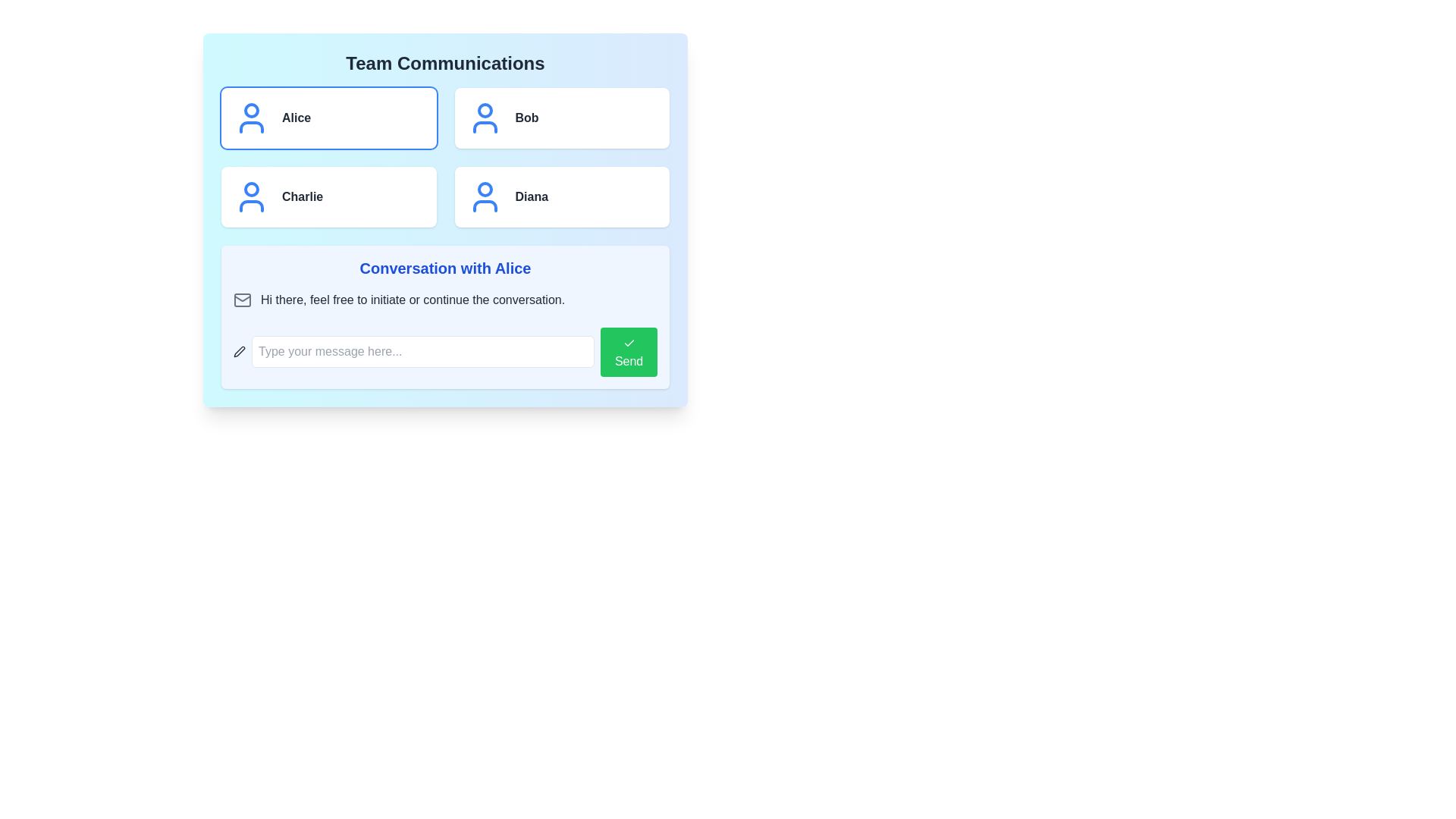 The image size is (1456, 819). What do you see at coordinates (303, 196) in the screenshot?
I see `the text label displaying 'Charlie' located in the bottom left of the third card in the grid` at bounding box center [303, 196].